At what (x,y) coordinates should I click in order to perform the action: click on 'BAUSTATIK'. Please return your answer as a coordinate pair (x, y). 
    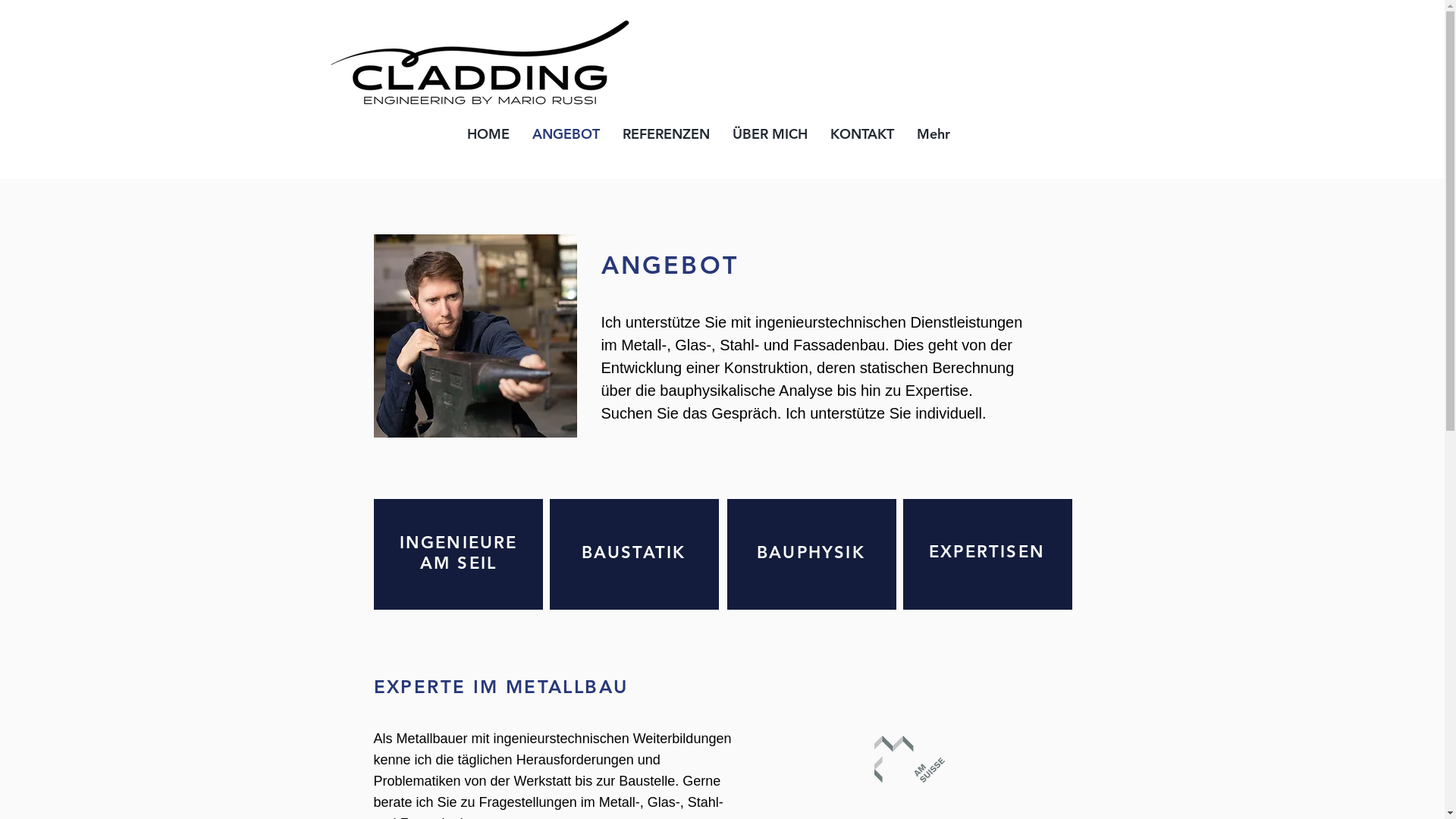
    Looking at the image, I should click on (633, 552).